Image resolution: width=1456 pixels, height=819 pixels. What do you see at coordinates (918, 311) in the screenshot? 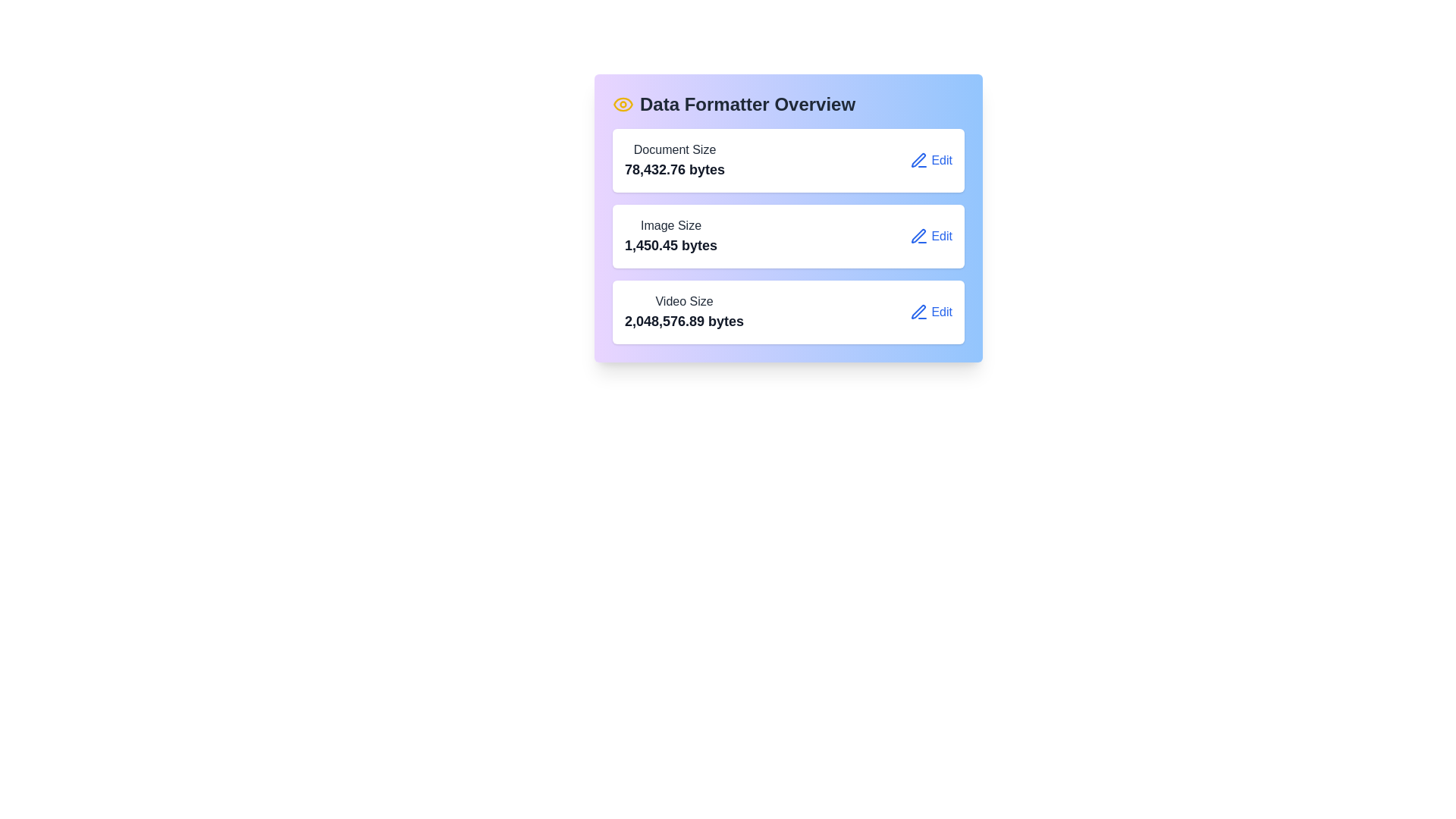
I see `the pen icon located in the top-right corner of the 'Edit' buttons to initiate an edit action` at bounding box center [918, 311].